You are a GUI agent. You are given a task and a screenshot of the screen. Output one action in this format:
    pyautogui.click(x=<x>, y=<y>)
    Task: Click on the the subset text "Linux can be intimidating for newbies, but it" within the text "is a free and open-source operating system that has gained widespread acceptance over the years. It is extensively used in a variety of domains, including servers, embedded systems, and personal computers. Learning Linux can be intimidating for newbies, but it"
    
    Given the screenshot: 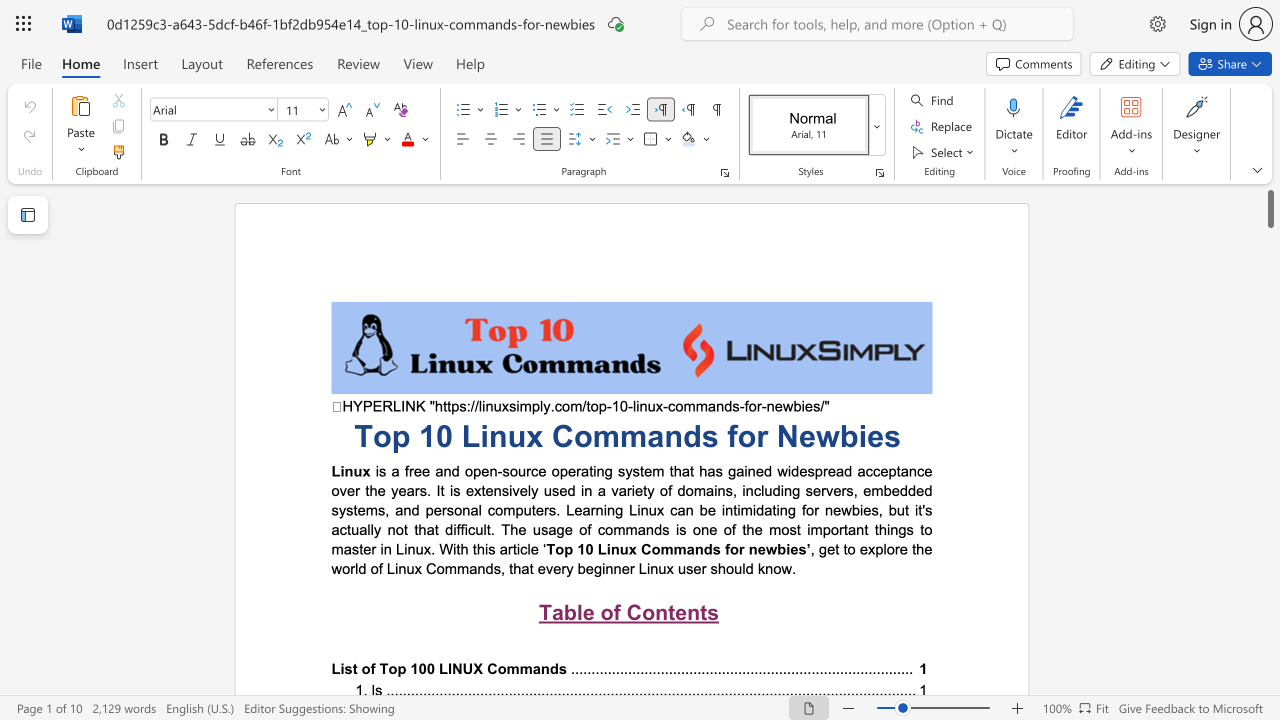 What is the action you would take?
    pyautogui.click(x=628, y=509)
    